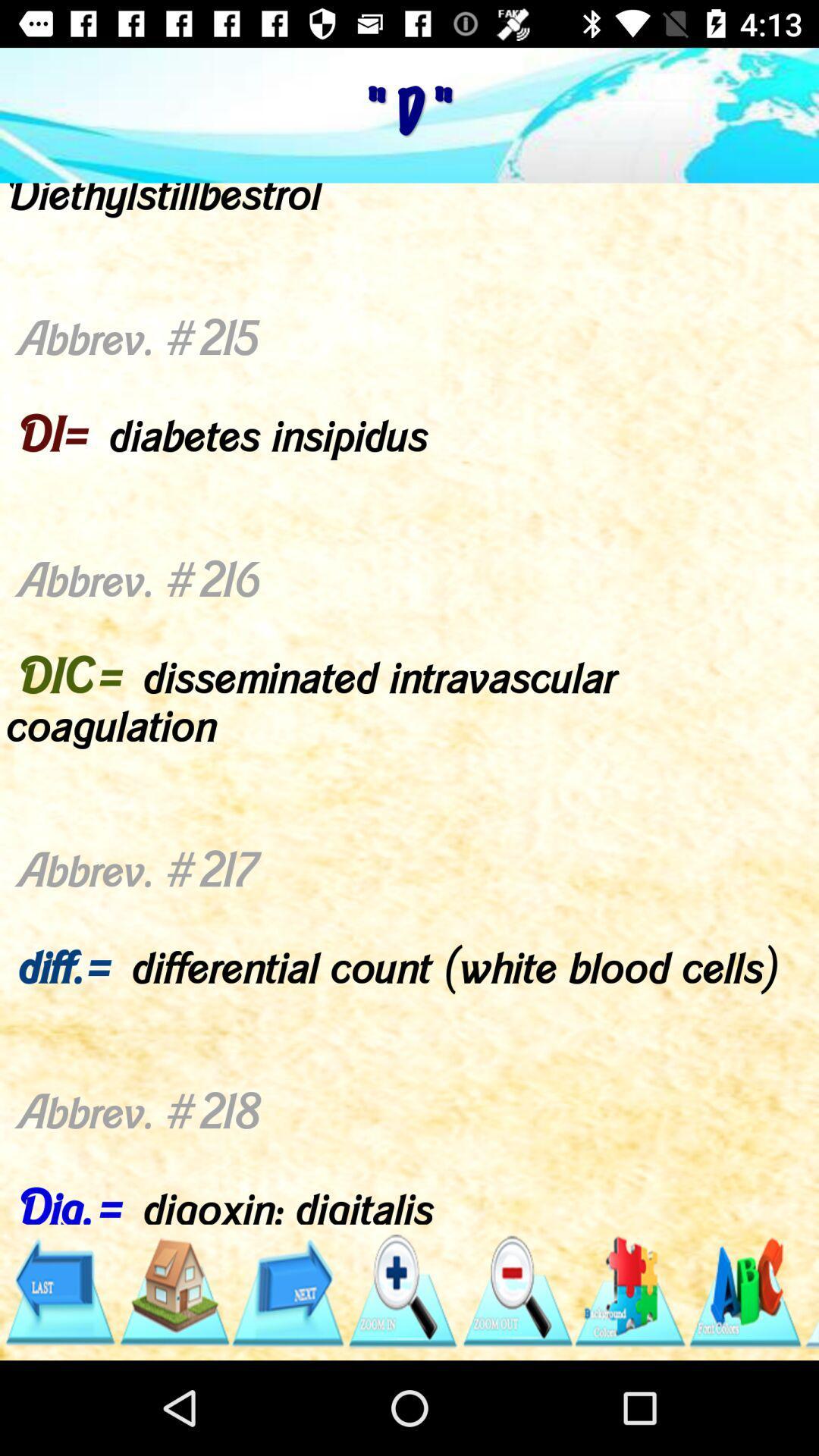  What do you see at coordinates (173, 1291) in the screenshot?
I see `home` at bounding box center [173, 1291].